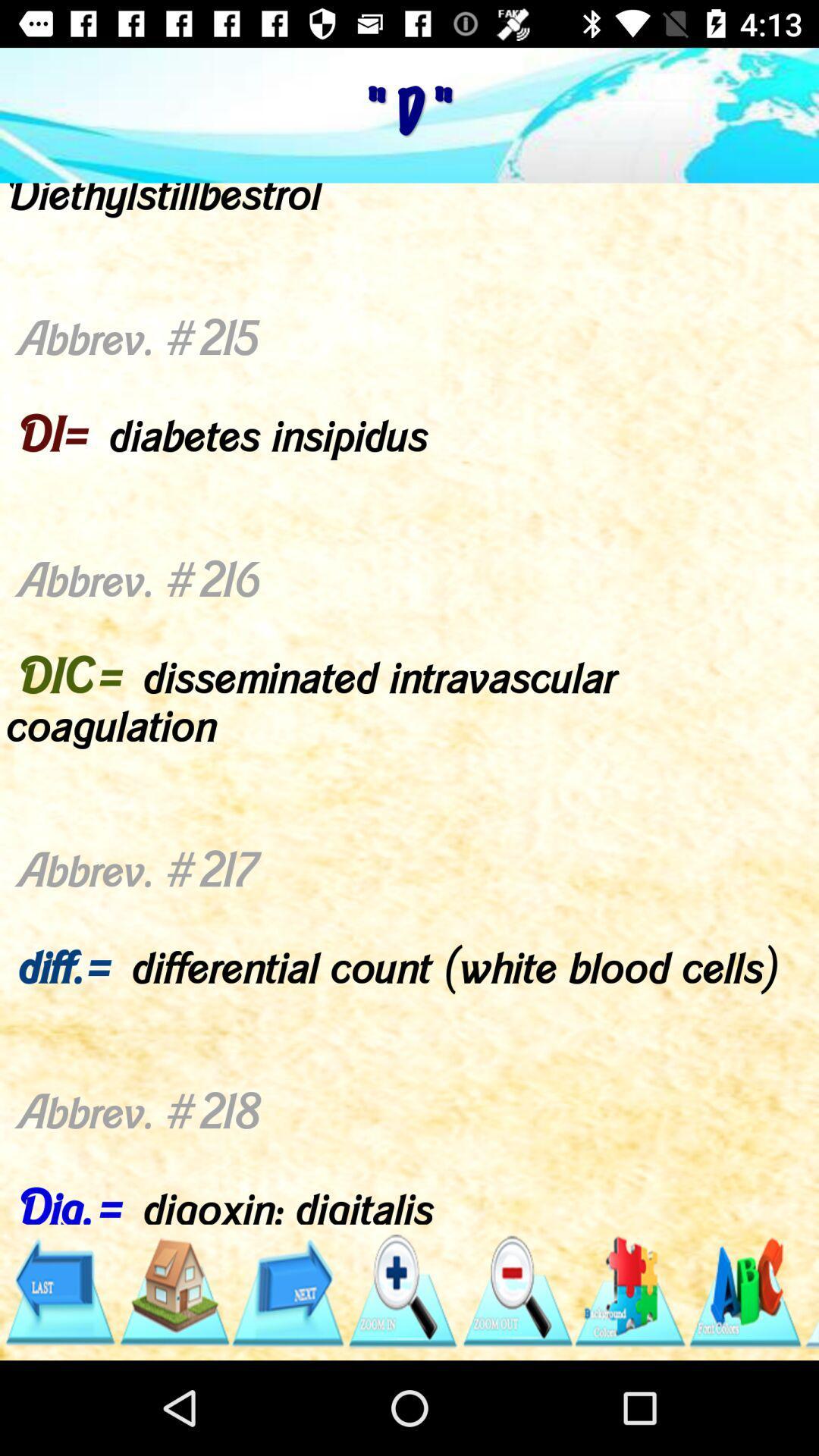  What do you see at coordinates (173, 1291) in the screenshot?
I see `home` at bounding box center [173, 1291].